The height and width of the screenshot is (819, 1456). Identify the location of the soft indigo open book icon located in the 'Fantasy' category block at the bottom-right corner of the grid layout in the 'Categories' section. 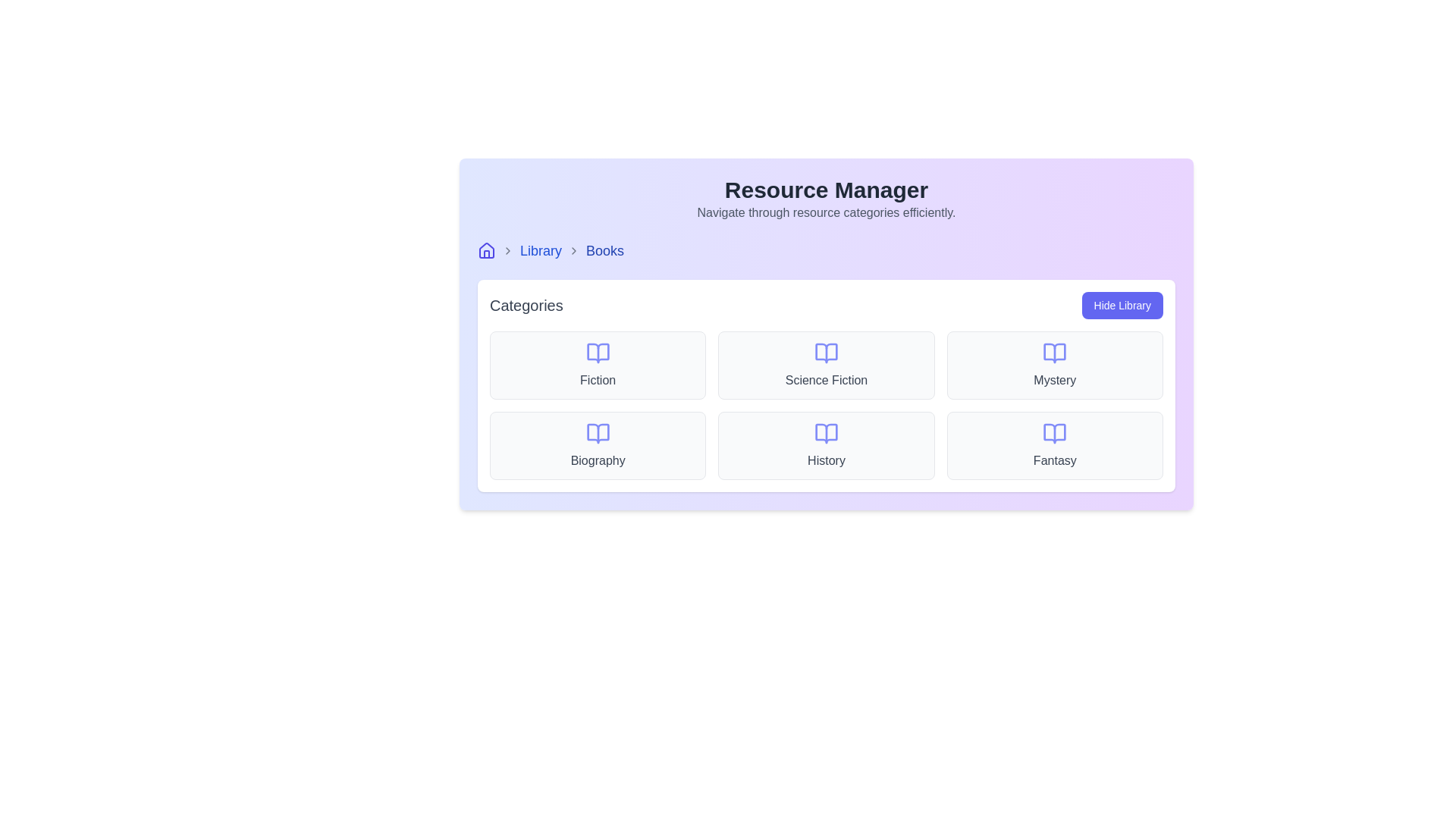
(1054, 433).